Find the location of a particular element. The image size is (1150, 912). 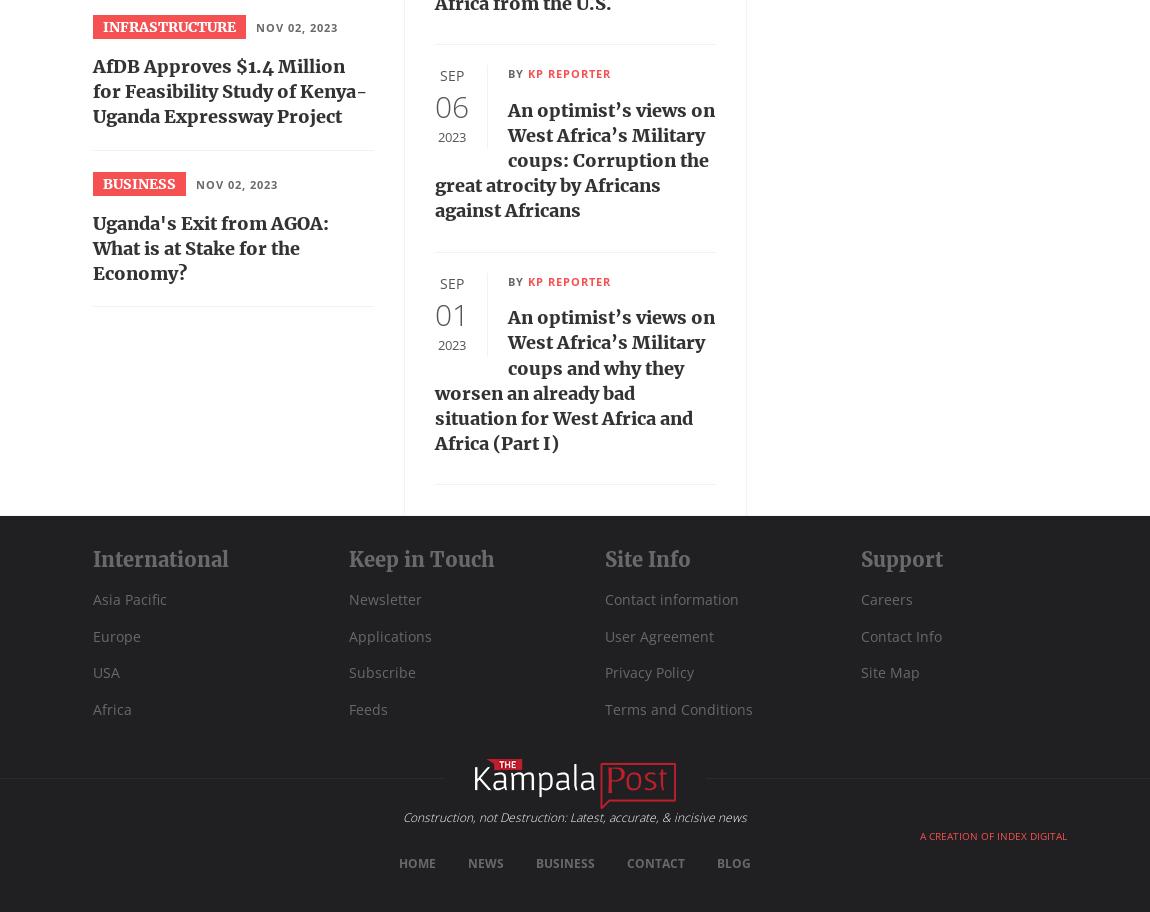

'Europe' is located at coordinates (92, 635).